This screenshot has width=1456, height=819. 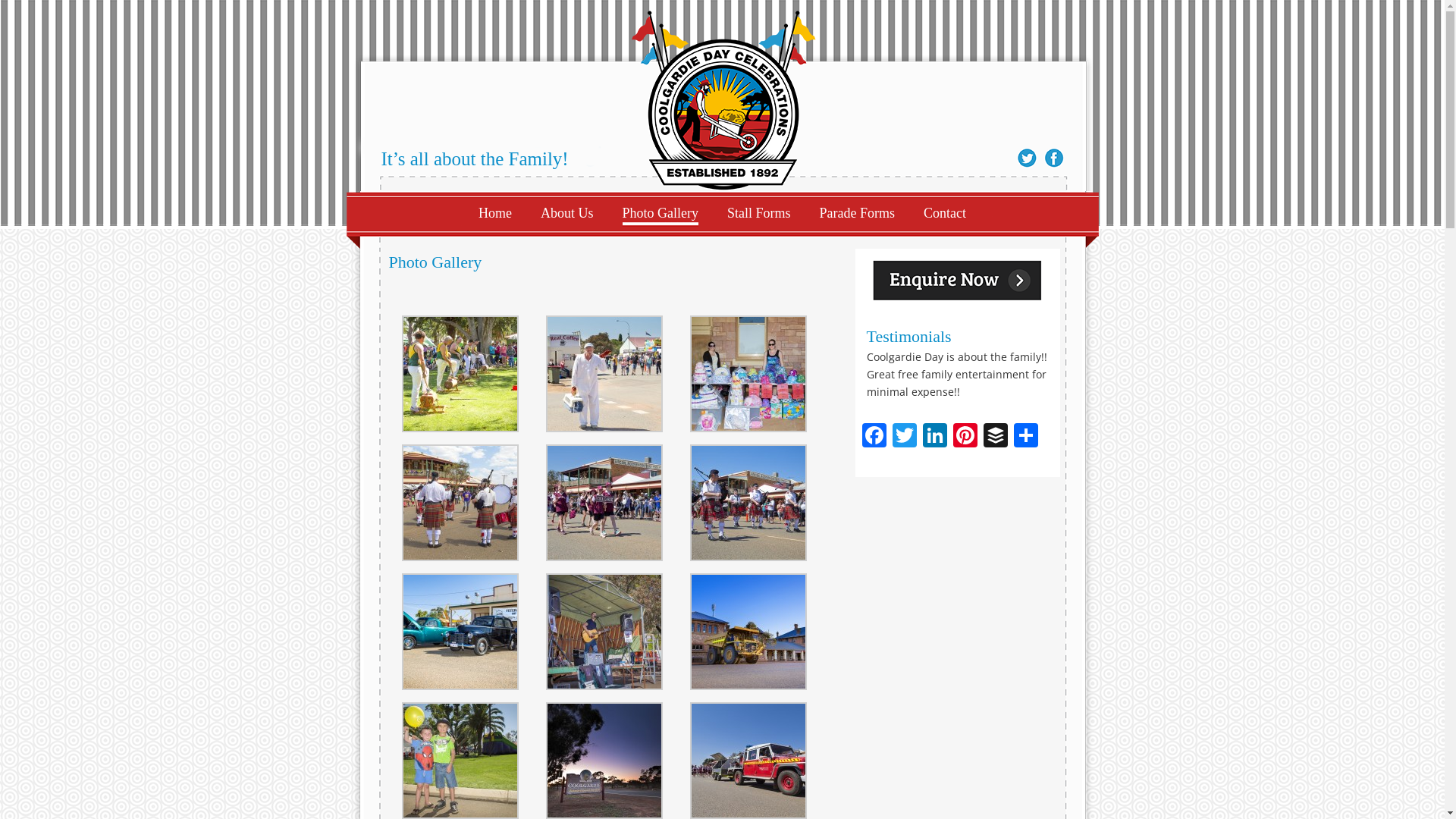 What do you see at coordinates (494, 213) in the screenshot?
I see `'Home'` at bounding box center [494, 213].